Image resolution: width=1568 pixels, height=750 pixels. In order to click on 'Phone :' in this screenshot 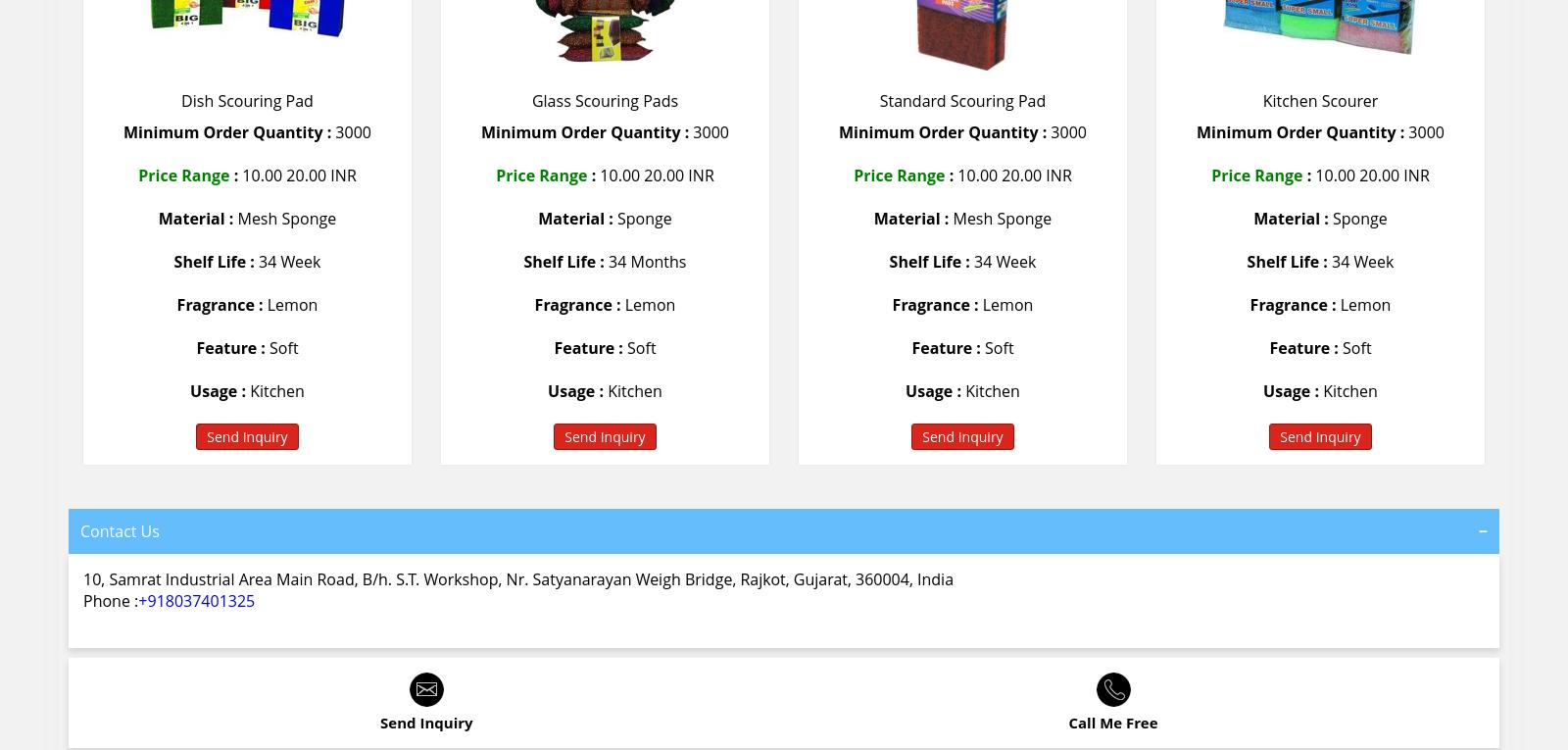, I will do `click(81, 599)`.